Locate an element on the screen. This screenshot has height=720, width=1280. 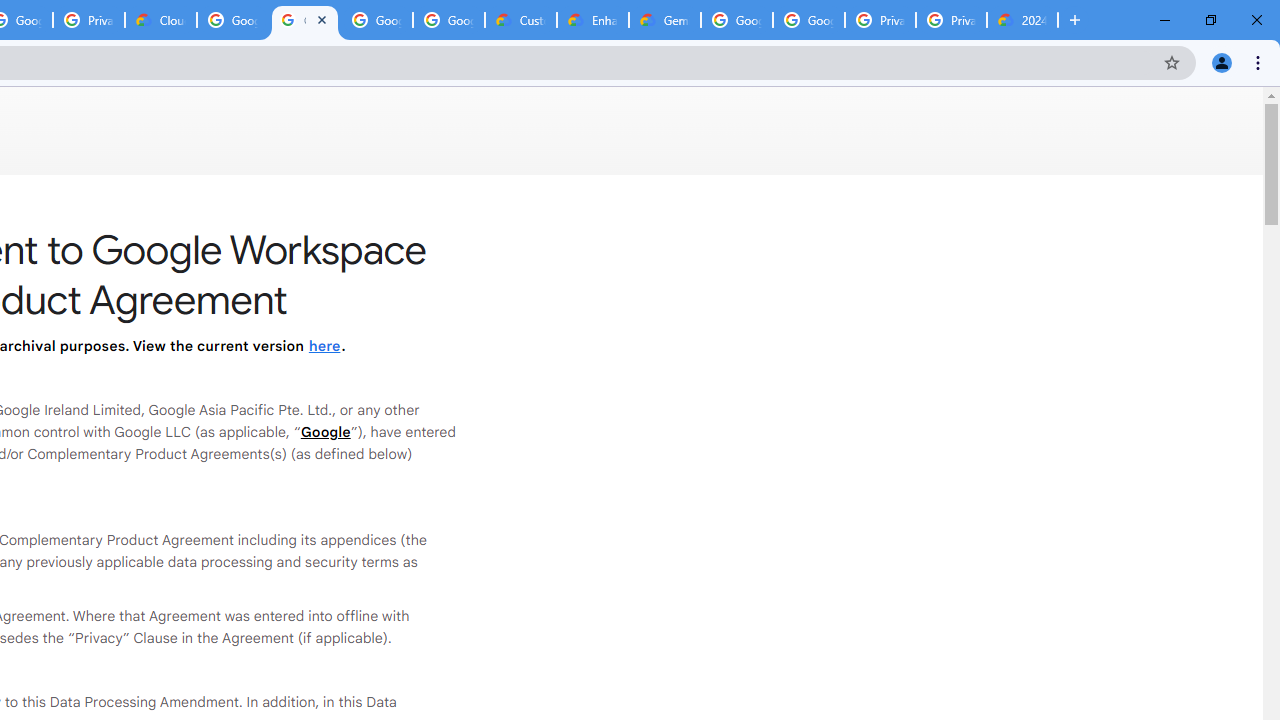
'here' is located at coordinates (324, 344).